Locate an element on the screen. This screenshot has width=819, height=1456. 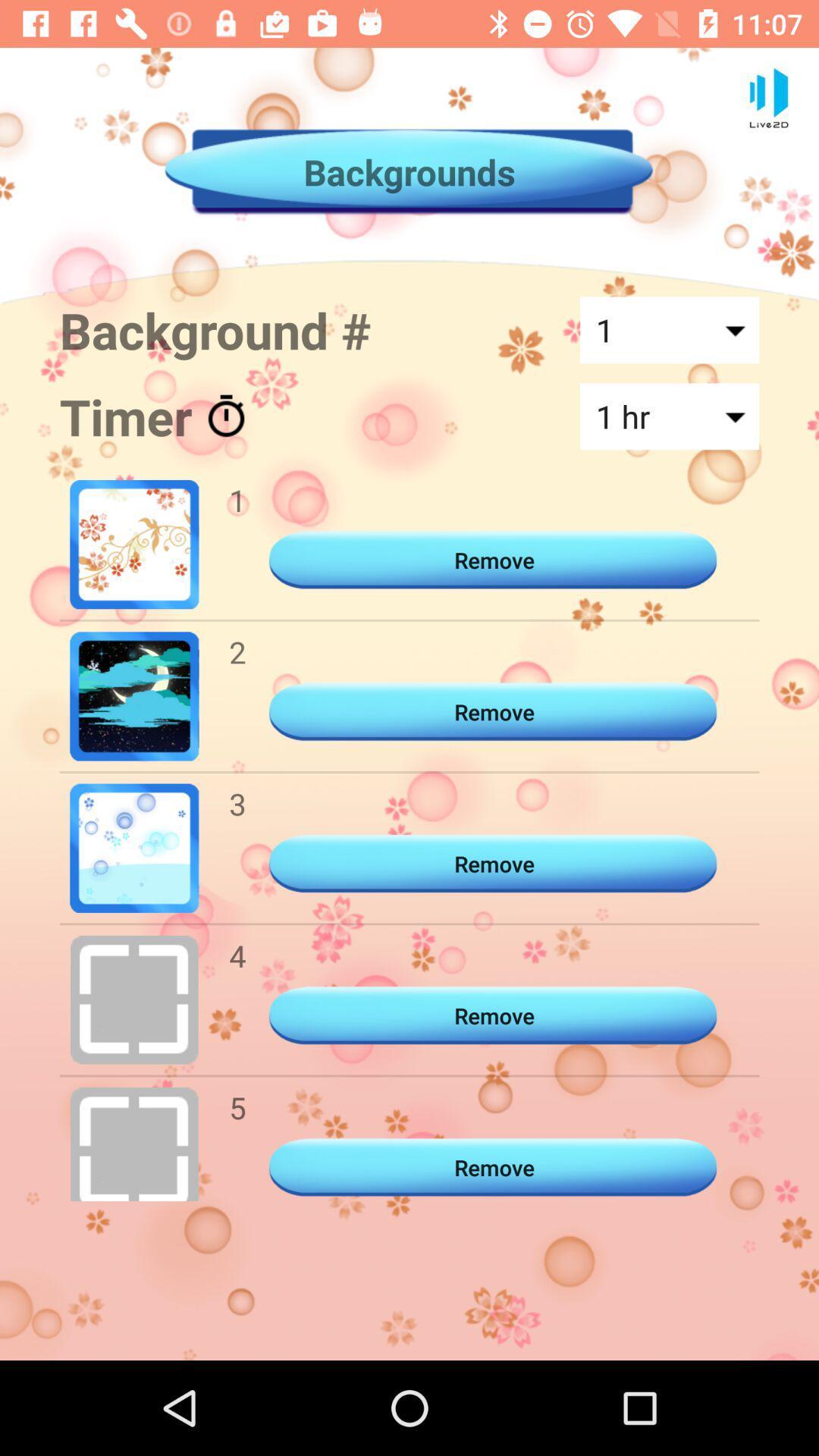
item to the left of the remove item is located at coordinates (237, 803).